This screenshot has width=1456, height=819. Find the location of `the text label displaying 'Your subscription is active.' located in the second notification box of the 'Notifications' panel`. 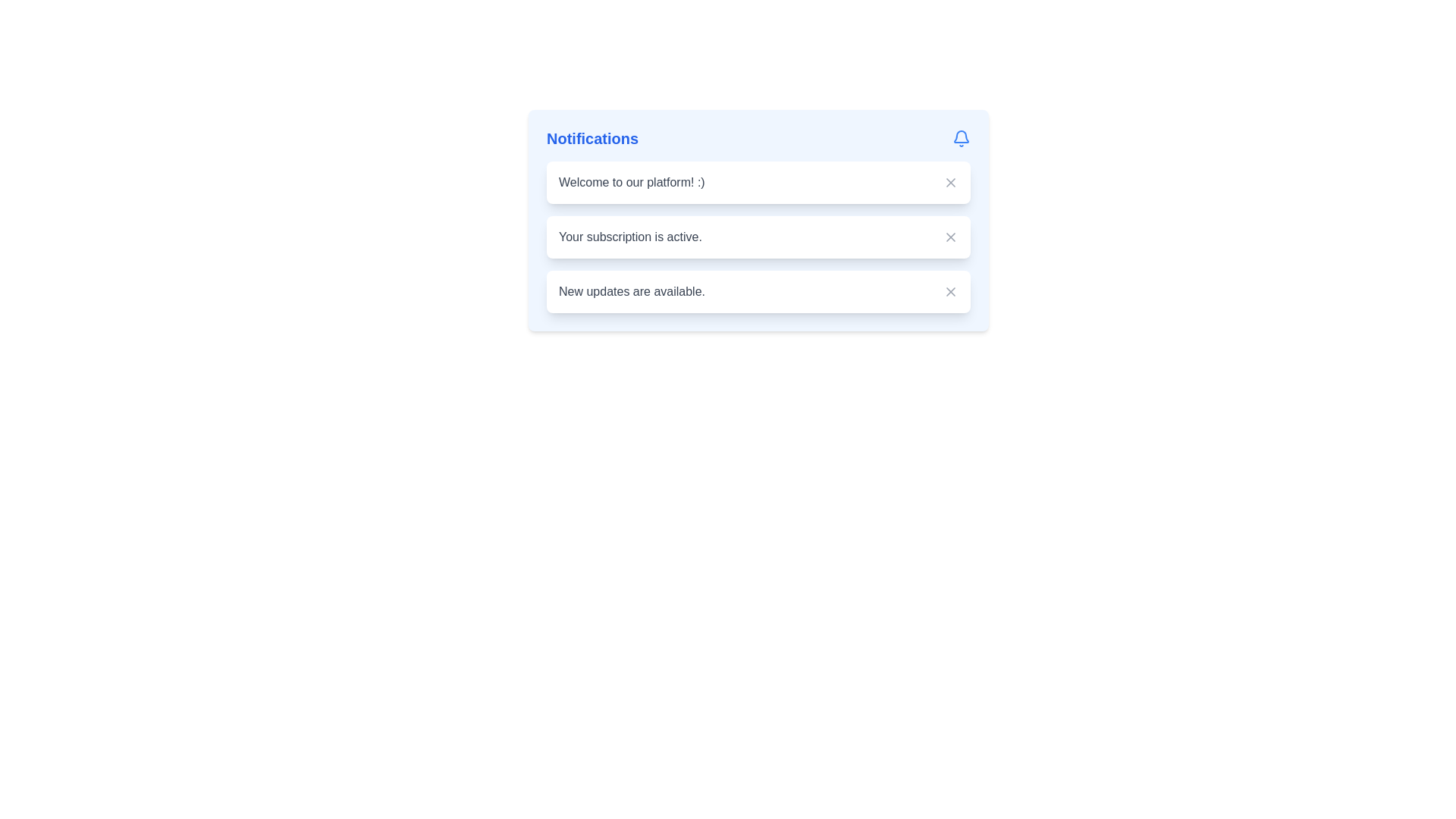

the text label displaying 'Your subscription is active.' located in the second notification box of the 'Notifications' panel is located at coordinates (630, 237).